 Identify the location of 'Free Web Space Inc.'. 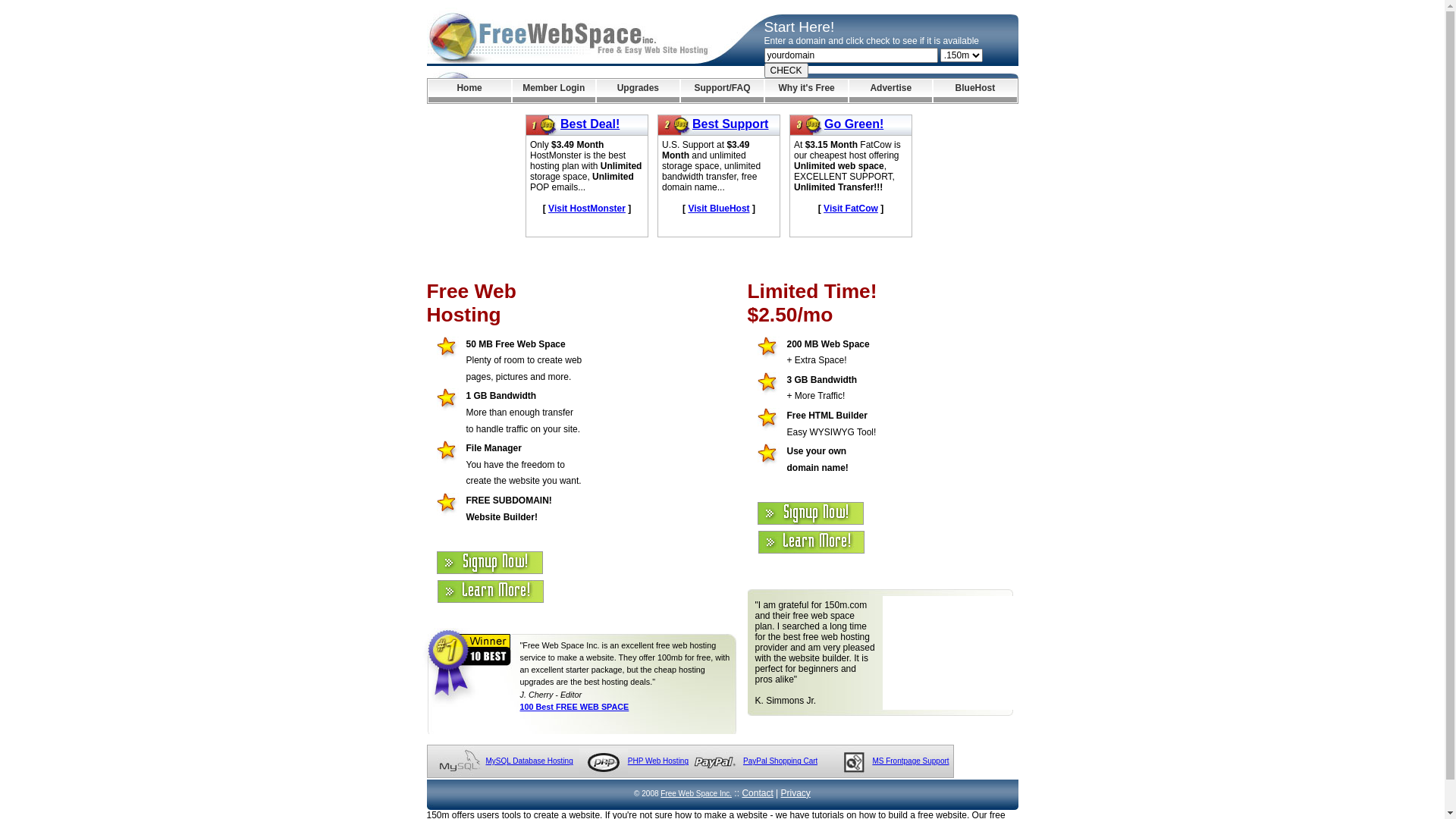
(695, 792).